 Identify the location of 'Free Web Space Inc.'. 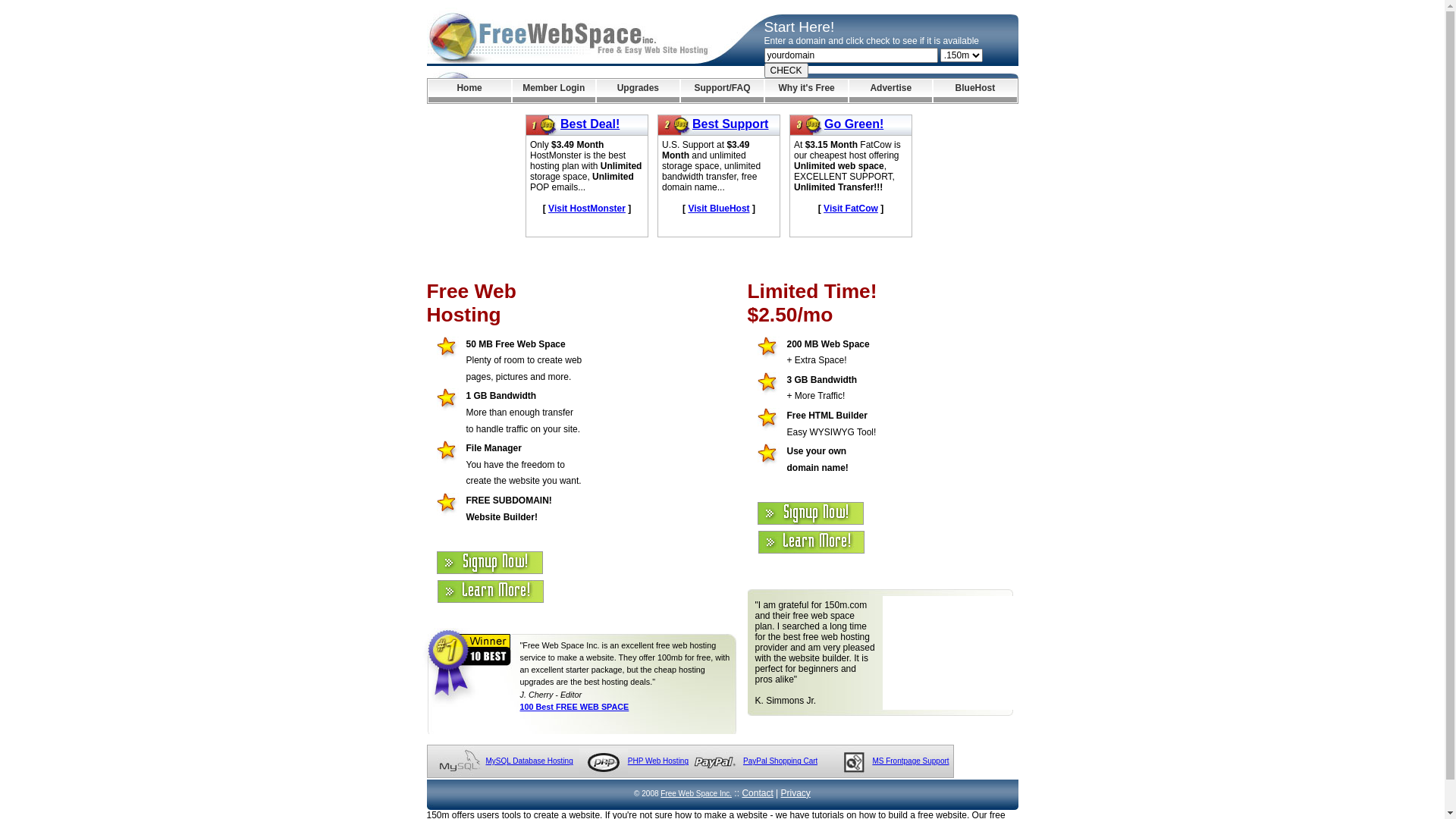
(695, 792).